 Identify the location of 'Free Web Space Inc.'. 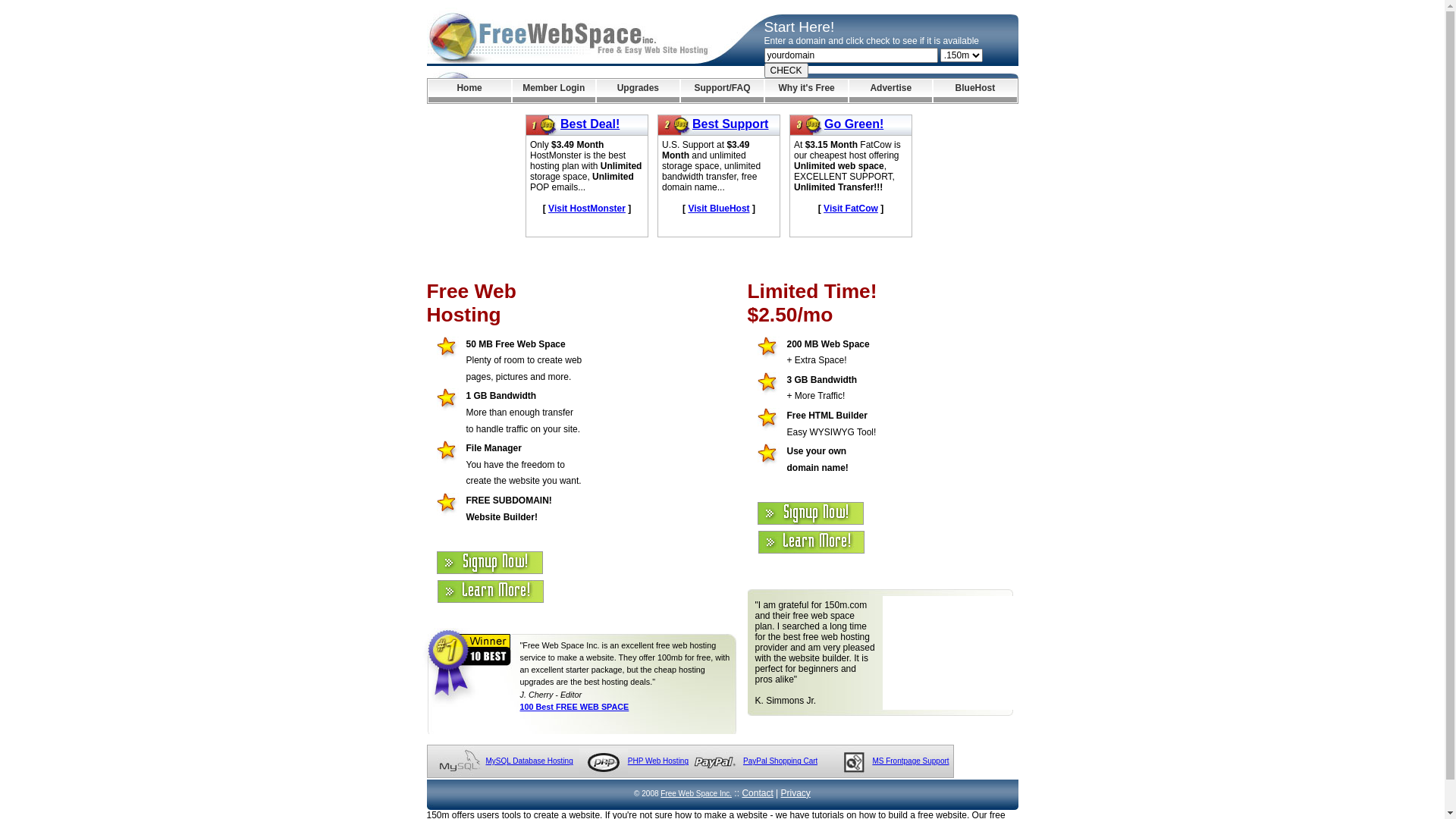
(695, 792).